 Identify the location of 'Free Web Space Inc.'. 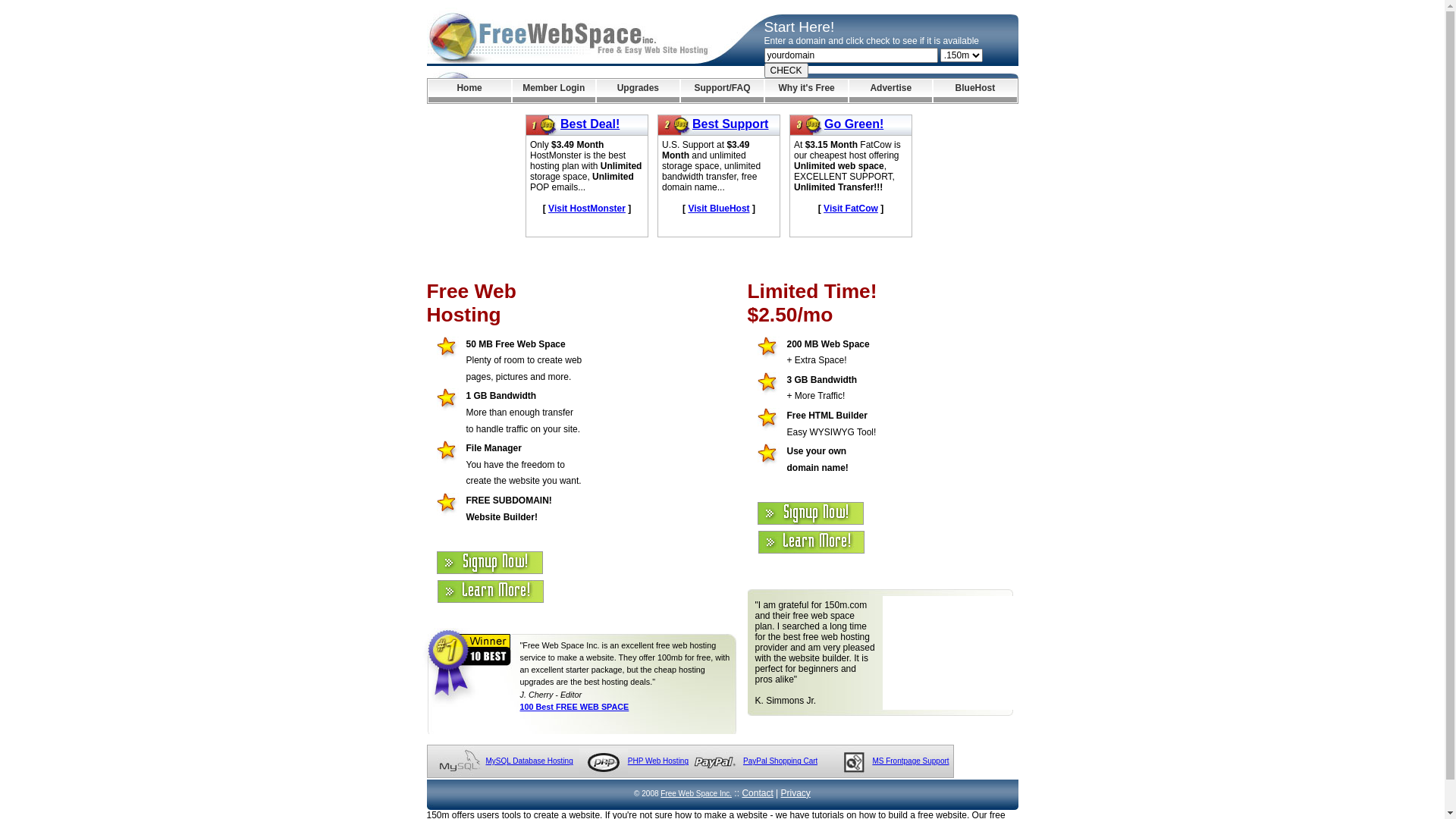
(695, 792).